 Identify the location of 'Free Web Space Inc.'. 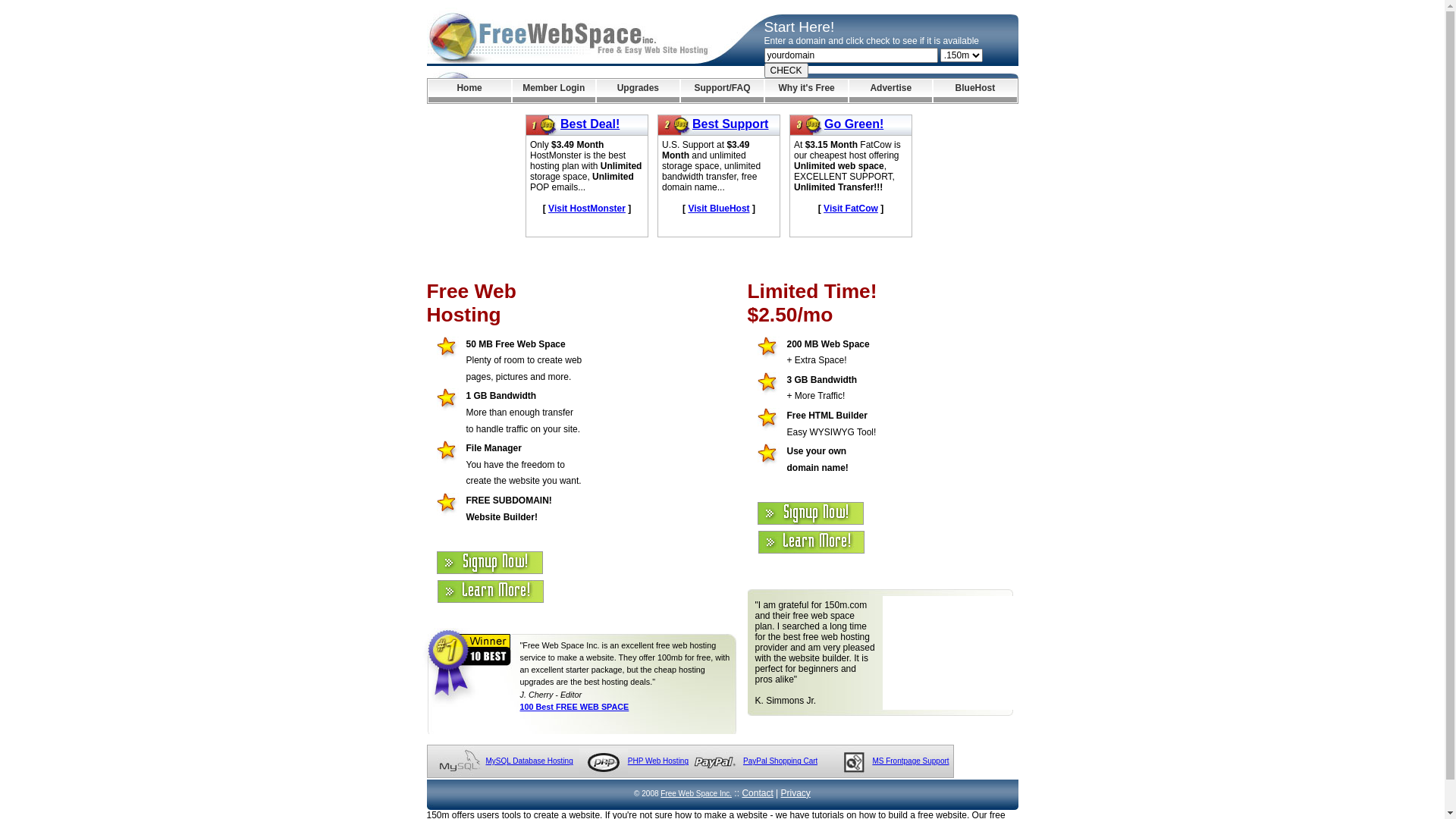
(695, 792).